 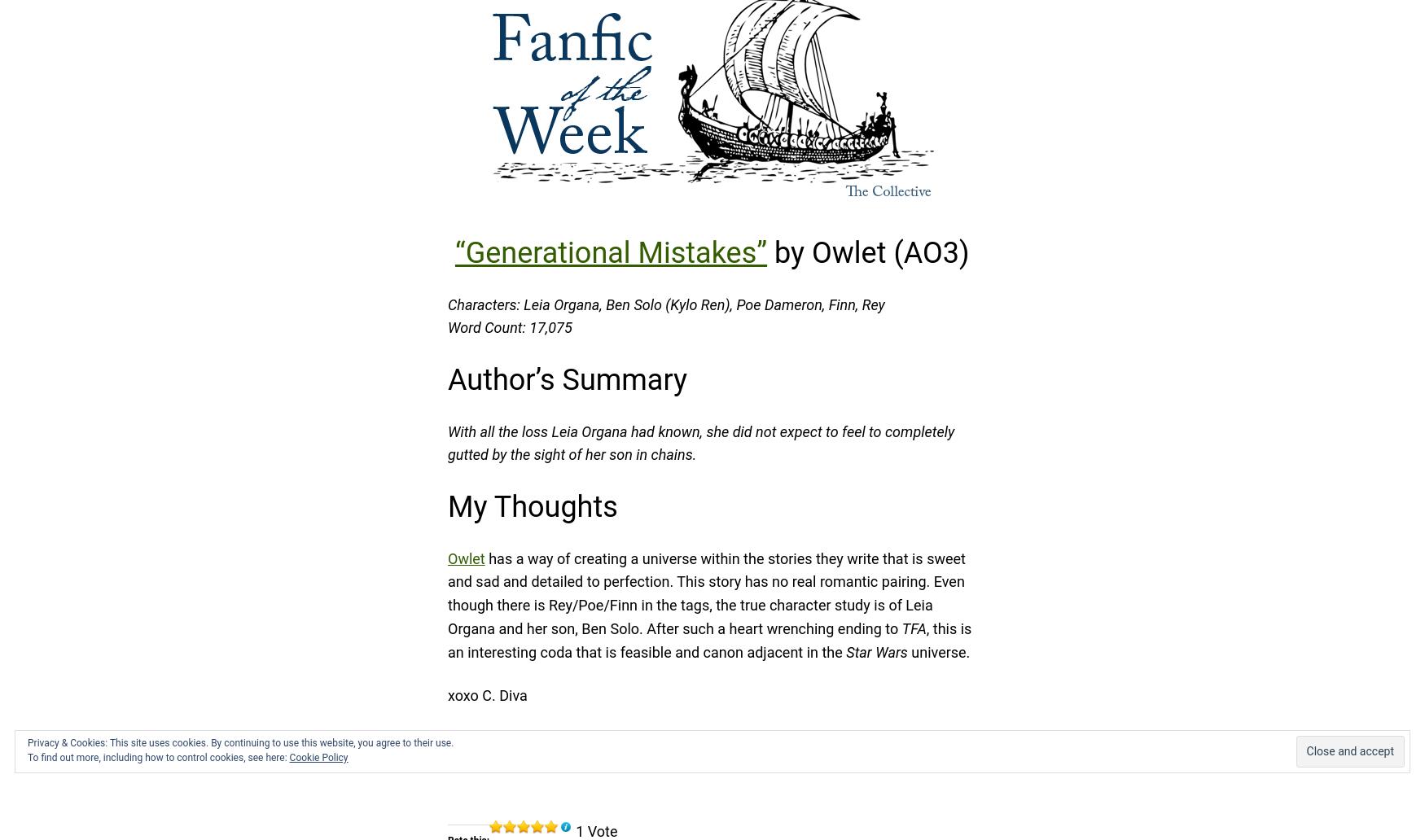 What do you see at coordinates (701, 442) in the screenshot?
I see `'With all the loss Leia Organa had known, she did not expect to feel to completely gutted by the sight of her son in chains.'` at bounding box center [701, 442].